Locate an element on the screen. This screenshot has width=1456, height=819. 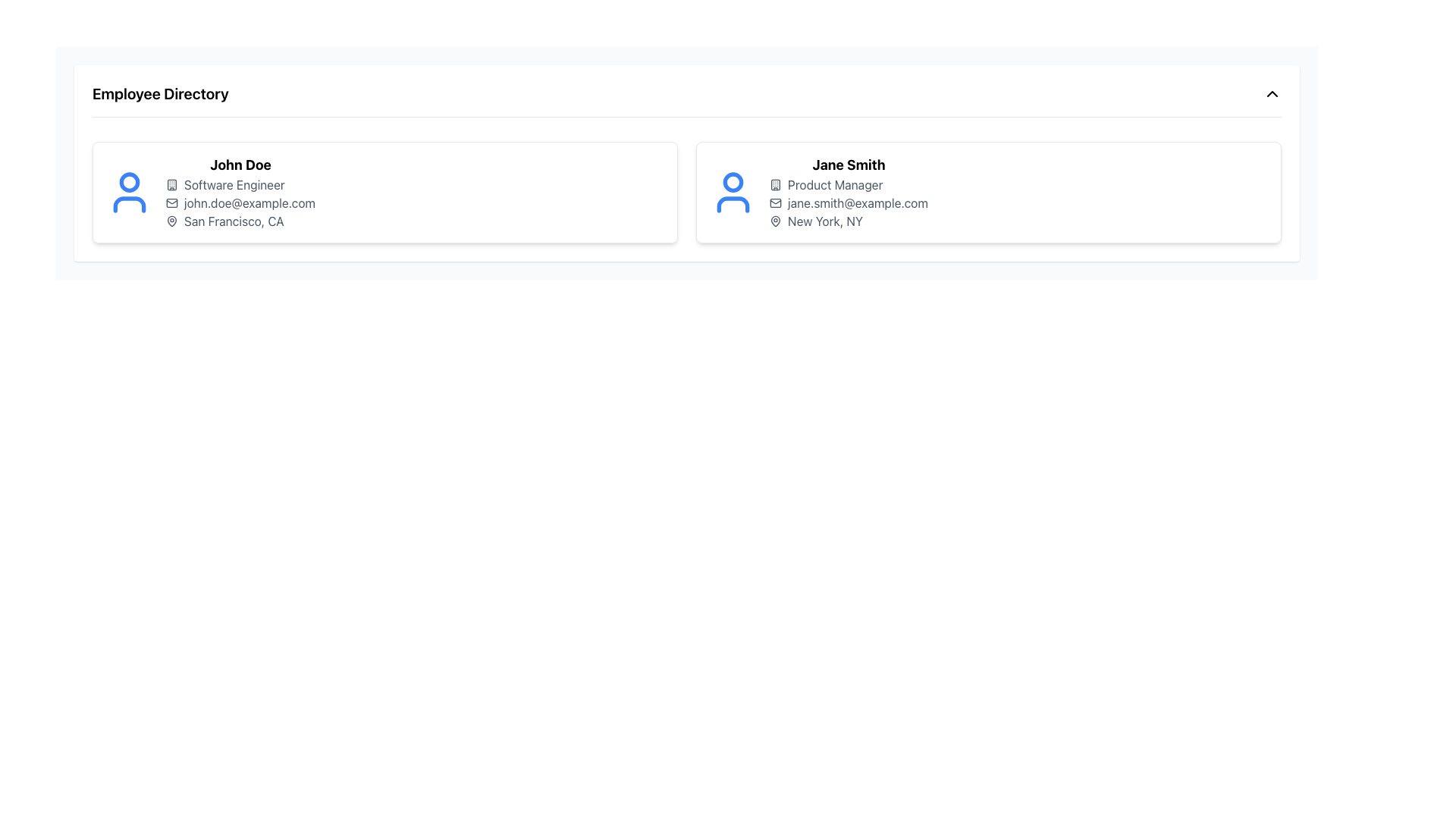
the location display element for 'Jane Smith' in the bottom right of the right-side card, which shows 'New York, NY' with an accompanying icon is located at coordinates (848, 221).